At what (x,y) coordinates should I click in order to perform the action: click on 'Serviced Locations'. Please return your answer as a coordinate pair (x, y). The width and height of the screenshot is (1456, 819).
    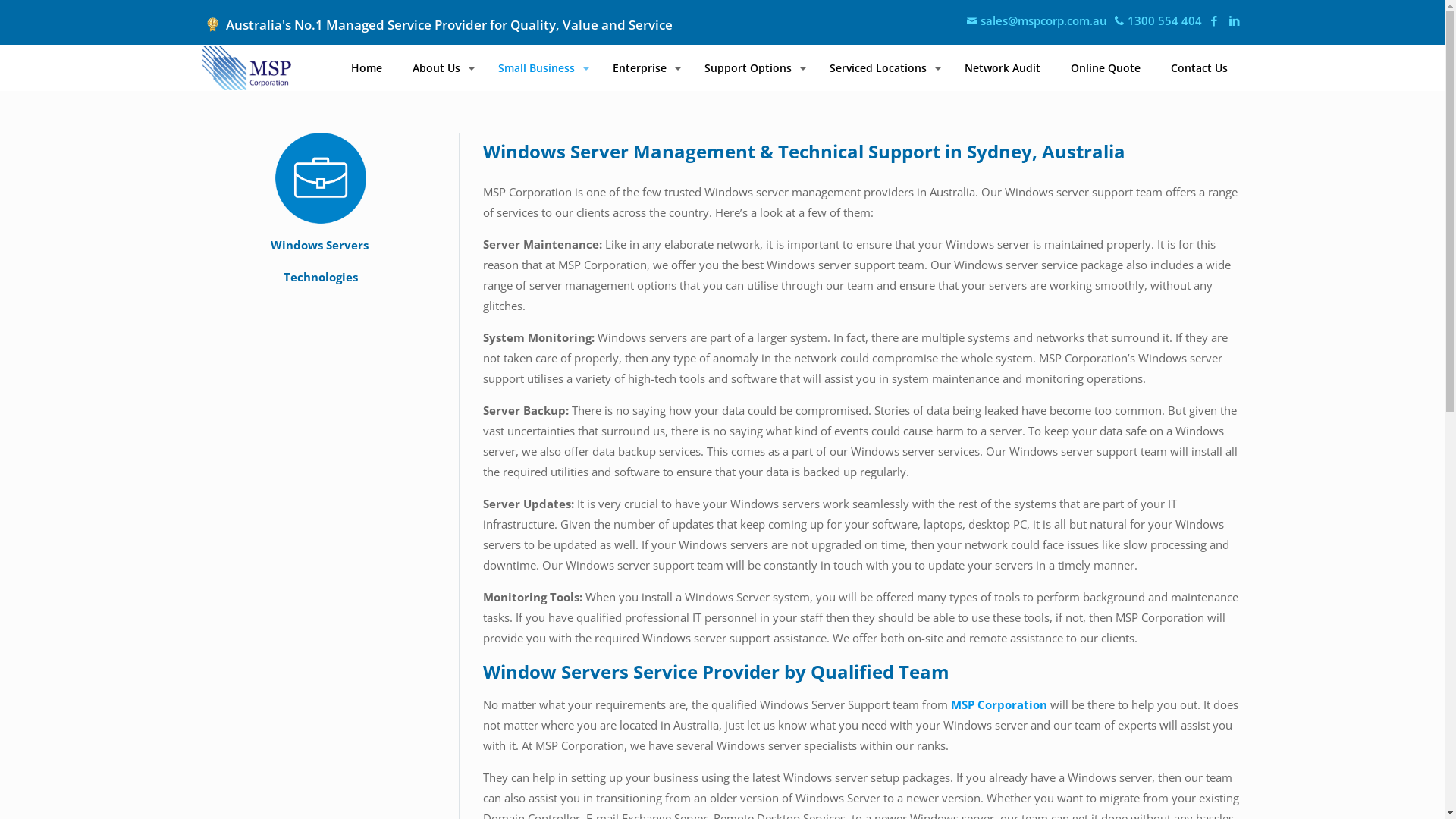
    Looking at the image, I should click on (814, 67).